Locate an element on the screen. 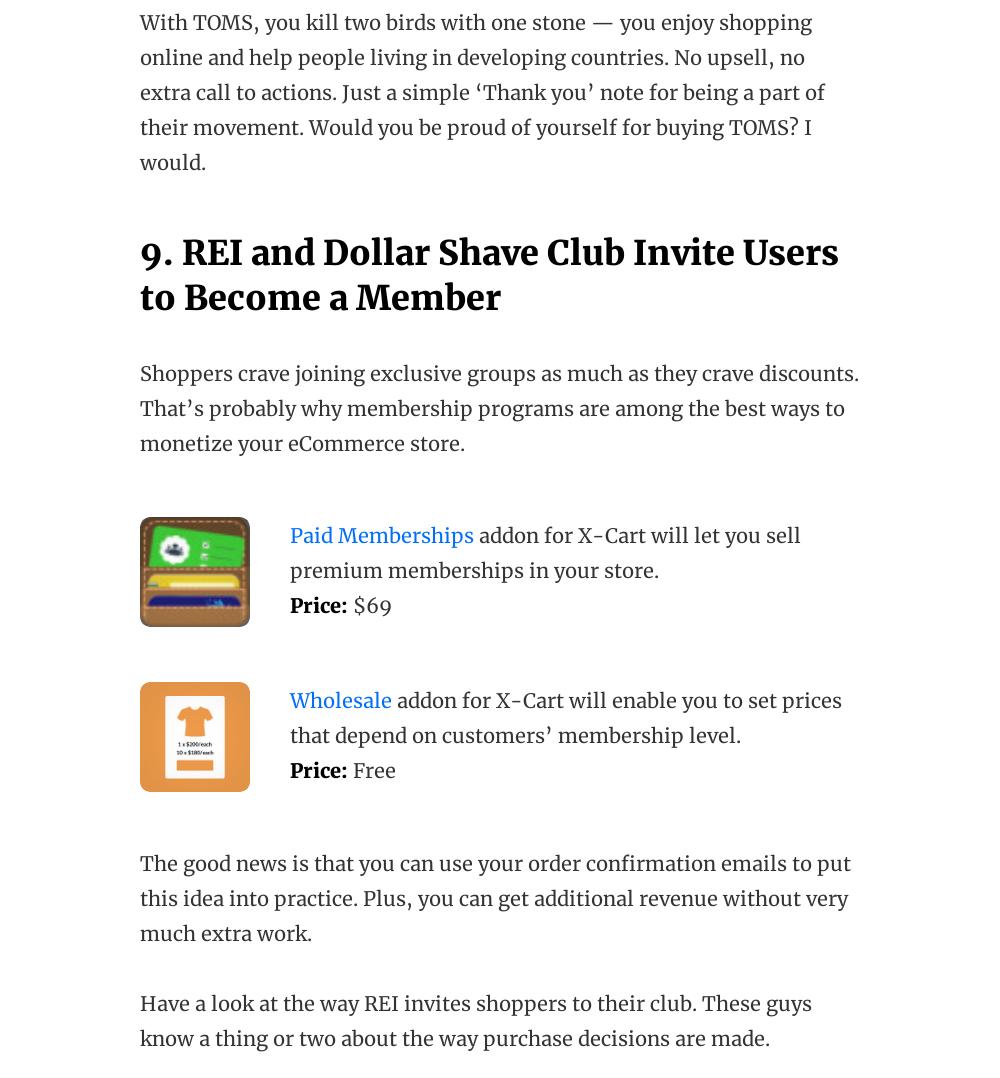  '$69' is located at coordinates (369, 605).